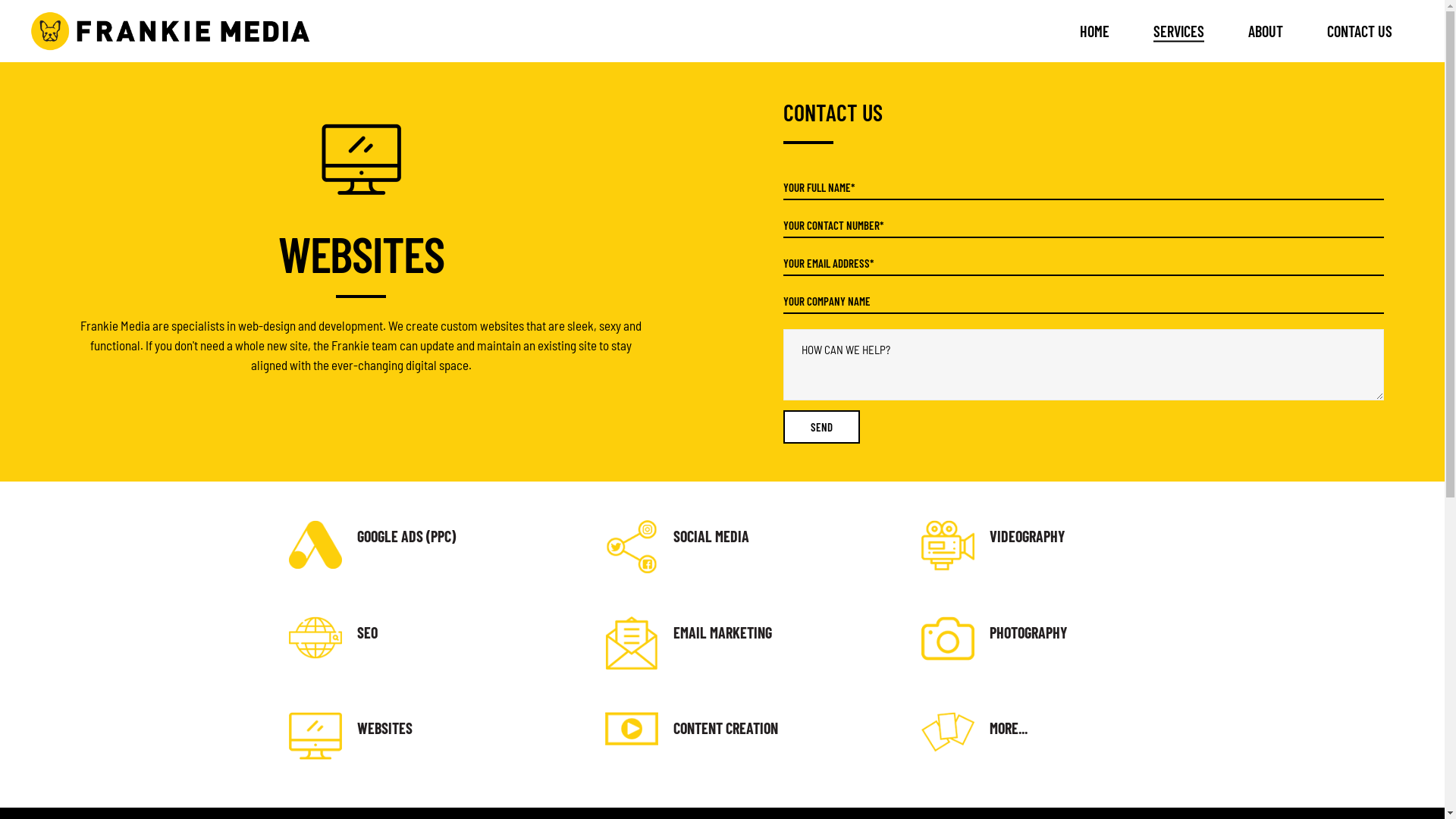 The image size is (1456, 819). Describe the element at coordinates (1266, 31) in the screenshot. I see `'ABOUT'` at that location.